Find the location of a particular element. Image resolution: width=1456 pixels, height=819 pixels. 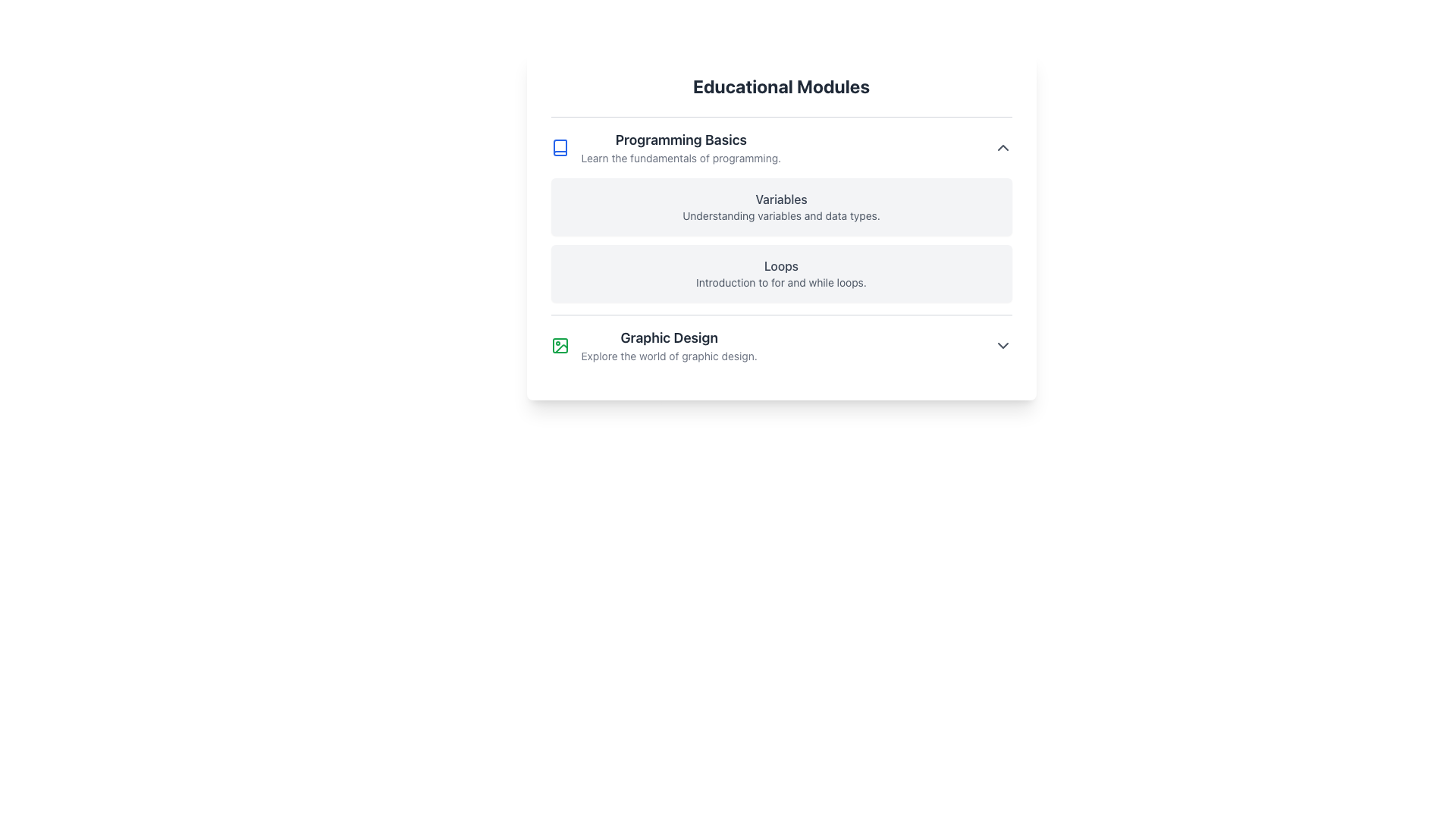

the Text block with a prominent title and subtitle for the 'Programming Basics' educational module, located near the top of the list under 'Educational Modules.' is located at coordinates (680, 148).